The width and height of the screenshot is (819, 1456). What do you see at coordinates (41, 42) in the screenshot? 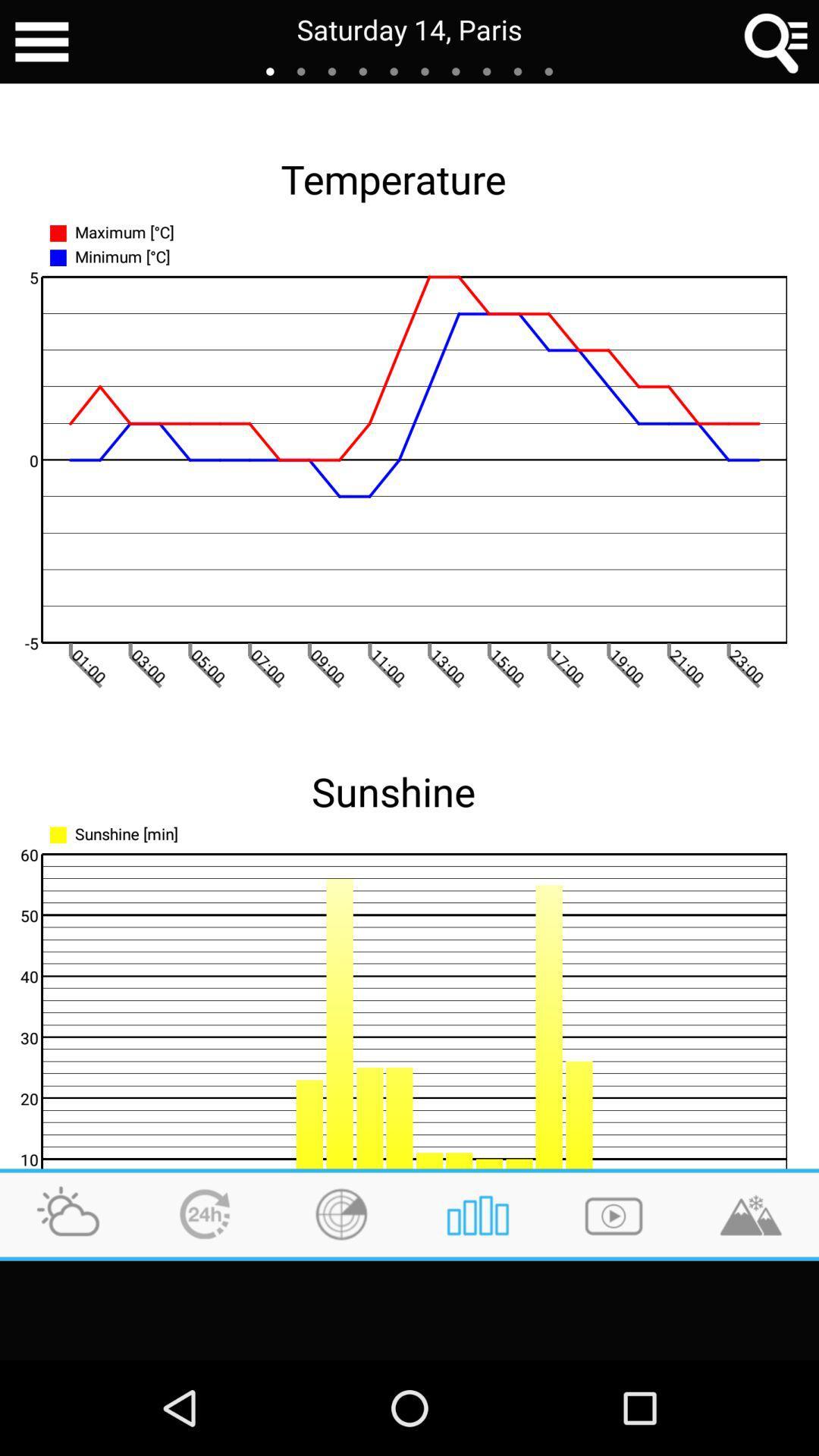
I see `open option menu` at bounding box center [41, 42].